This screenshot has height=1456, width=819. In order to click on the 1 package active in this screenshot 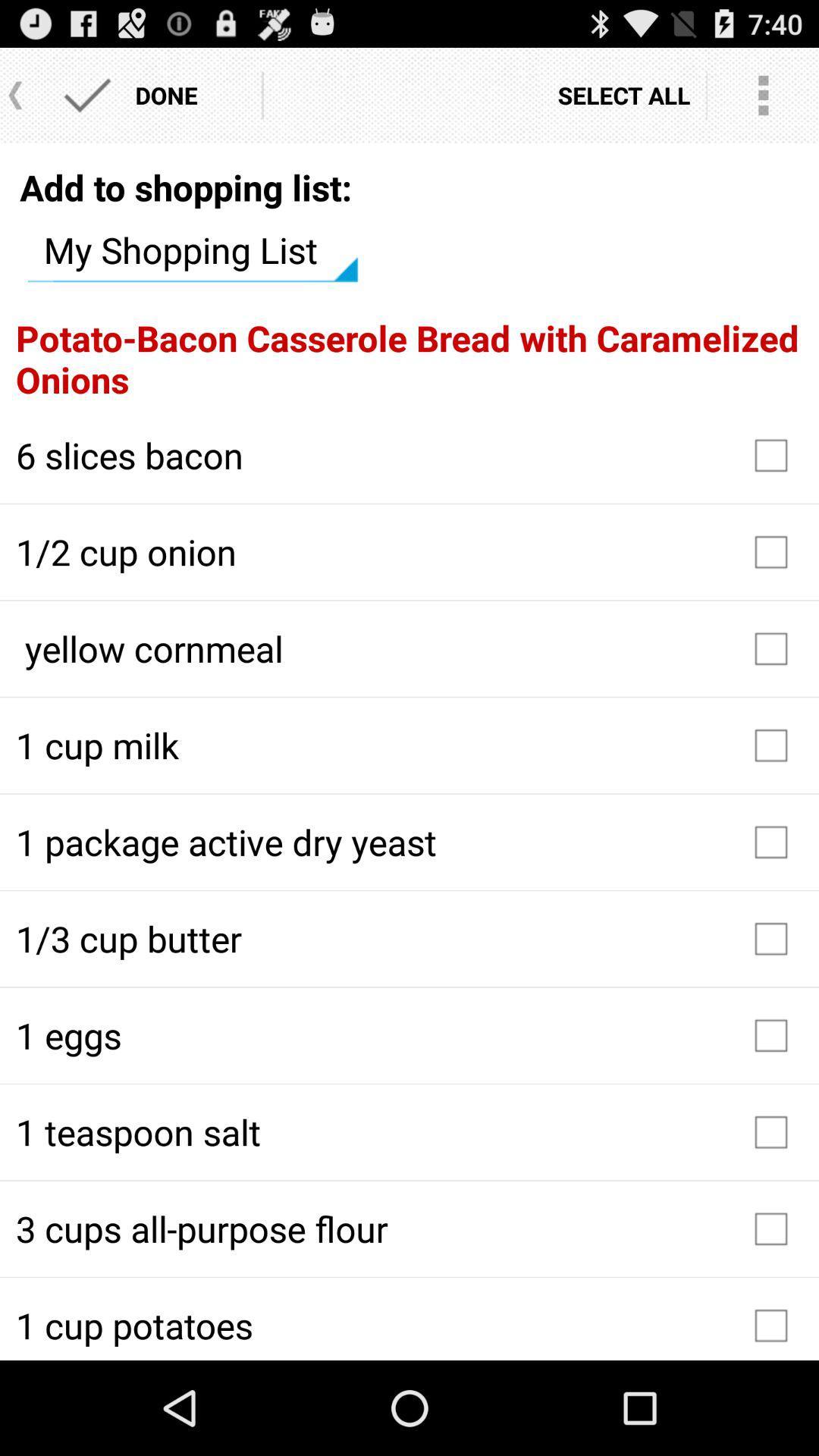, I will do `click(409, 841)`.